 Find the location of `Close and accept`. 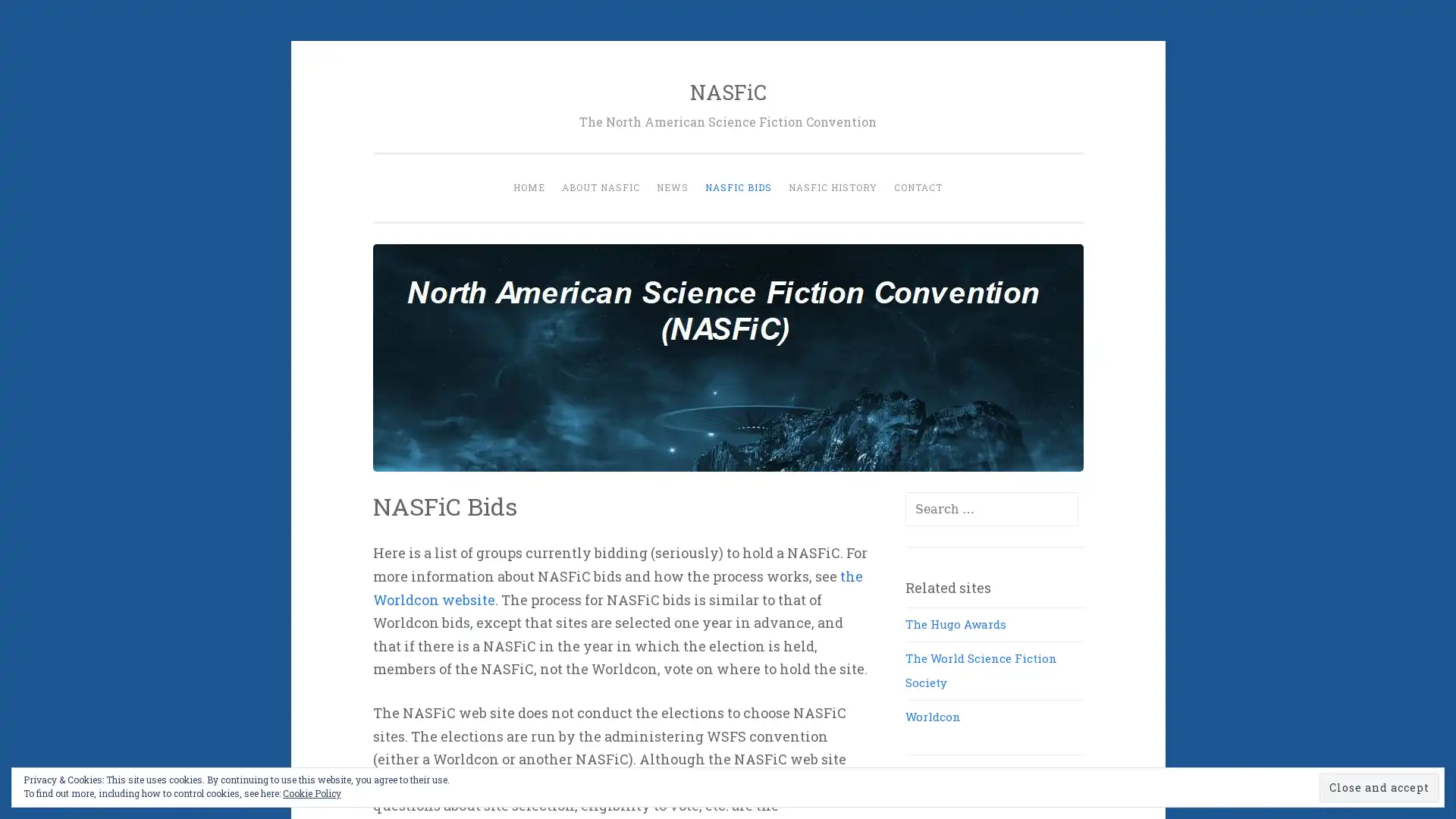

Close and accept is located at coordinates (1379, 786).